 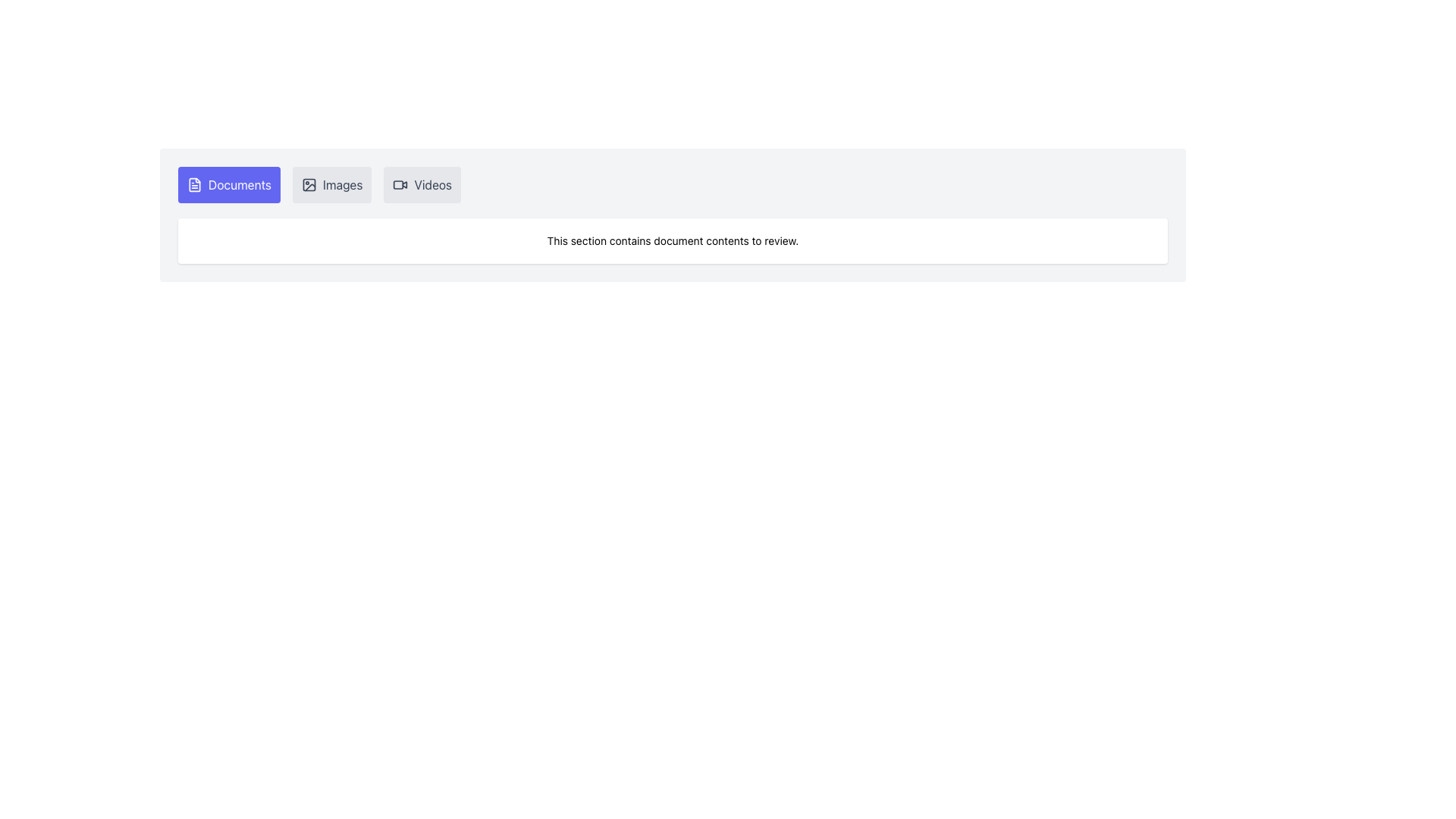 I want to click on the 'Images' button, which is the second button in the horizontal list between 'Documents' and 'Videos', so click(x=342, y=184).